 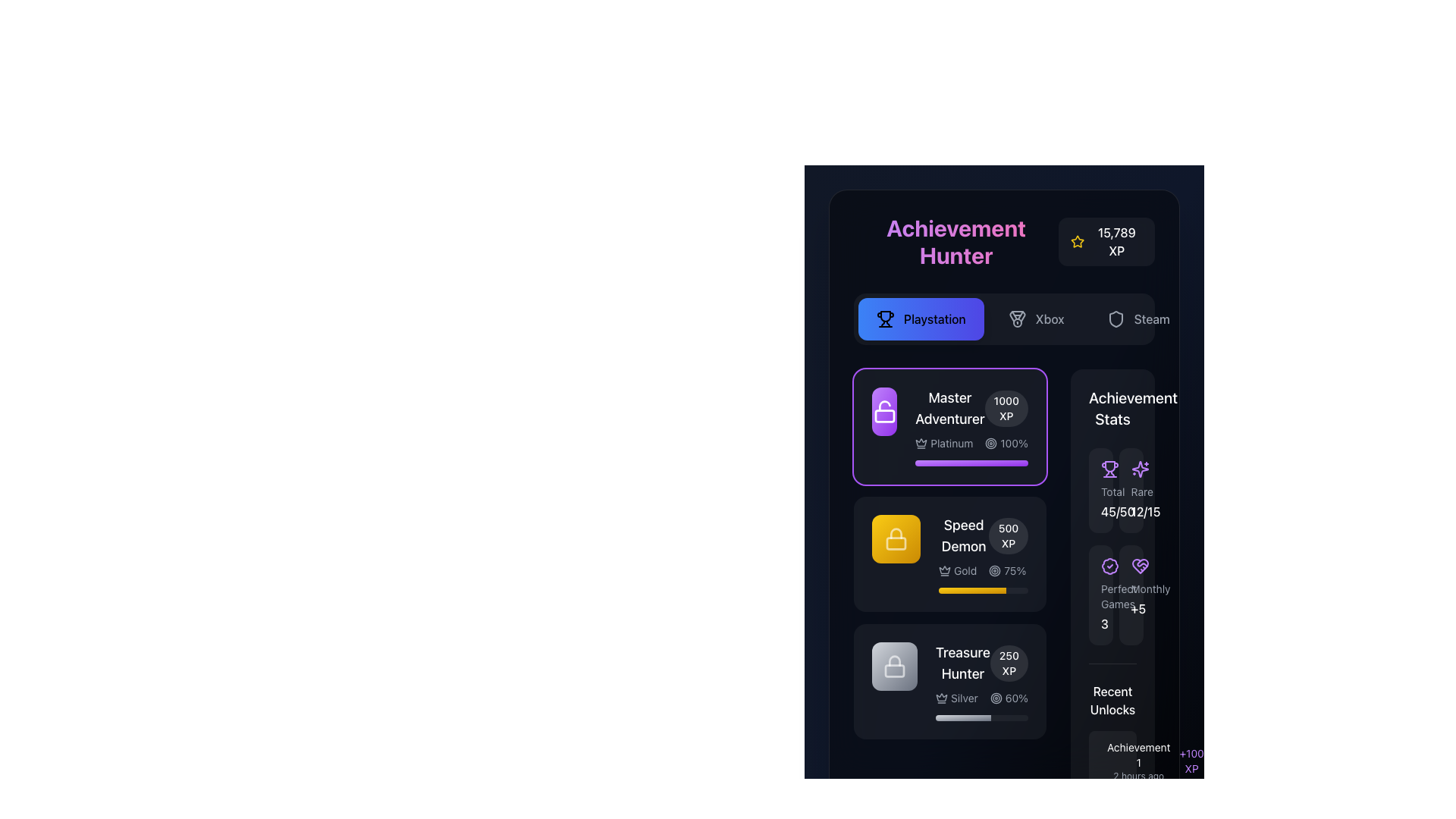 I want to click on the experience points indicator label located to the right of the 'Master Adventurer' text within the achievement card at the top of the listed achievements, so click(x=1006, y=408).